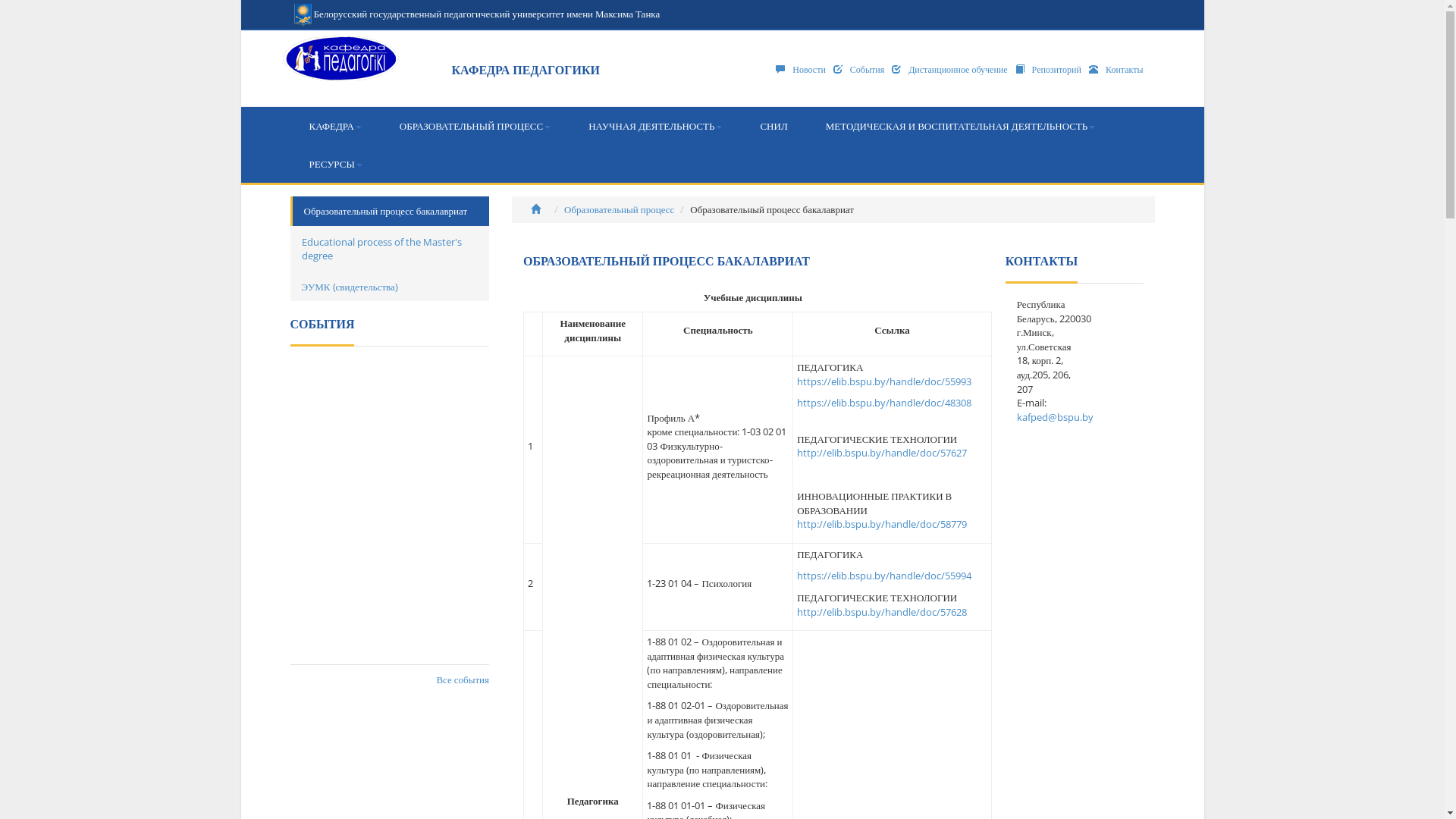 This screenshot has height=819, width=1456. I want to click on 'http://elib.bspu.by/handle/doc/57627', so click(881, 452).